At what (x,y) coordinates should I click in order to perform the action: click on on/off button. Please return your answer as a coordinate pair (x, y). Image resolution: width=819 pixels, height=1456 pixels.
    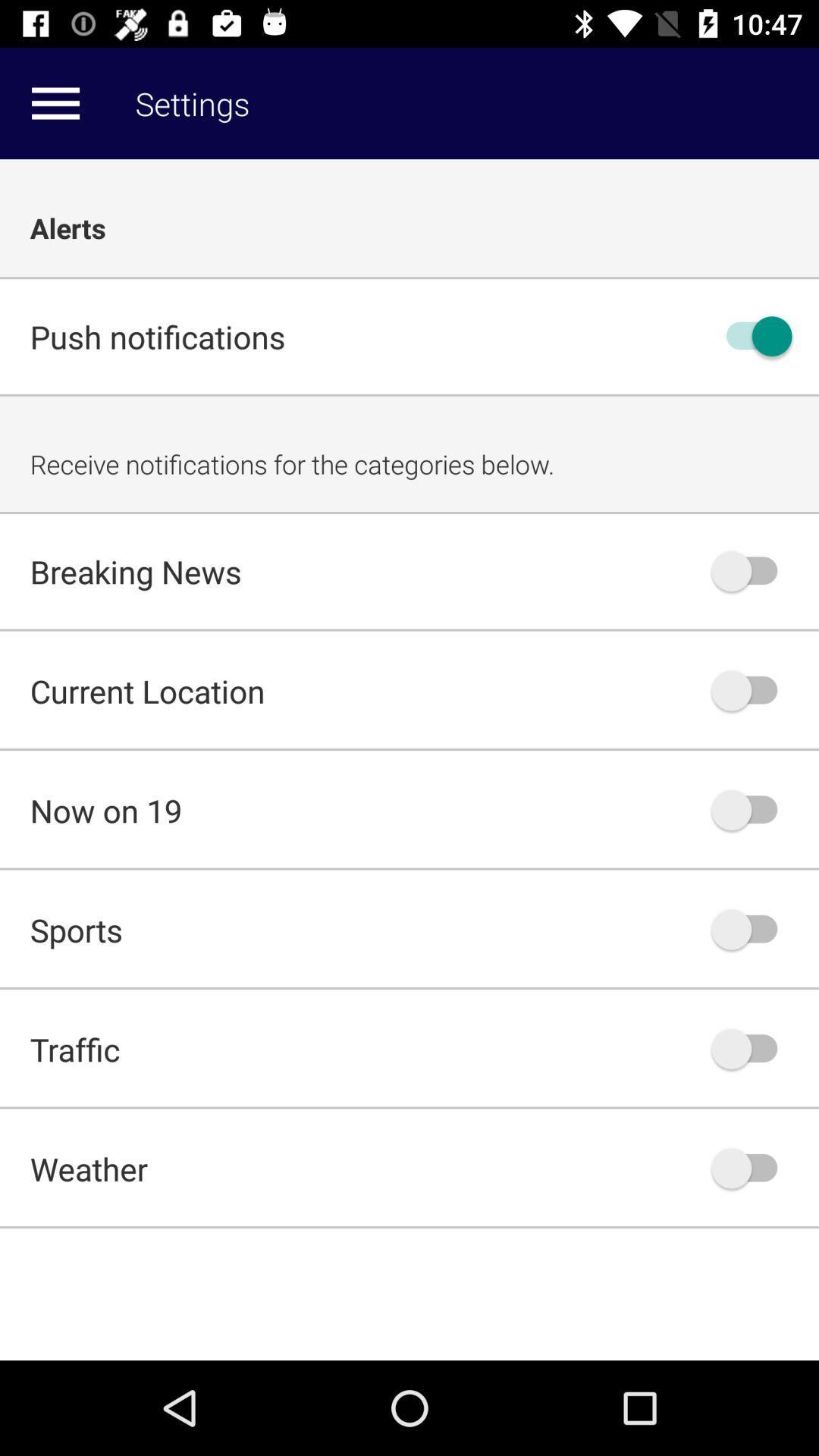
    Looking at the image, I should click on (752, 570).